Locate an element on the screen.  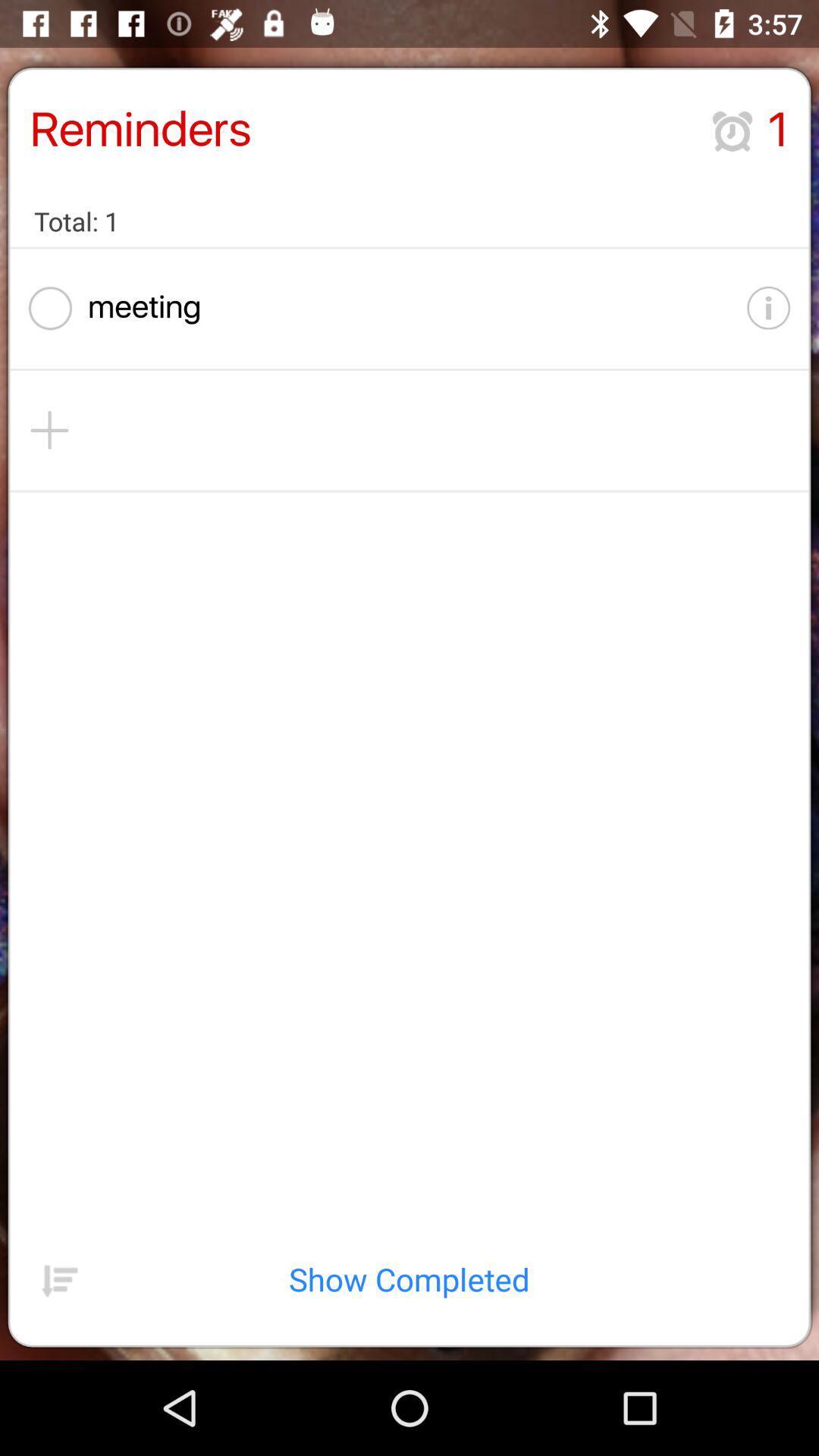
help icon is located at coordinates (748, 308).